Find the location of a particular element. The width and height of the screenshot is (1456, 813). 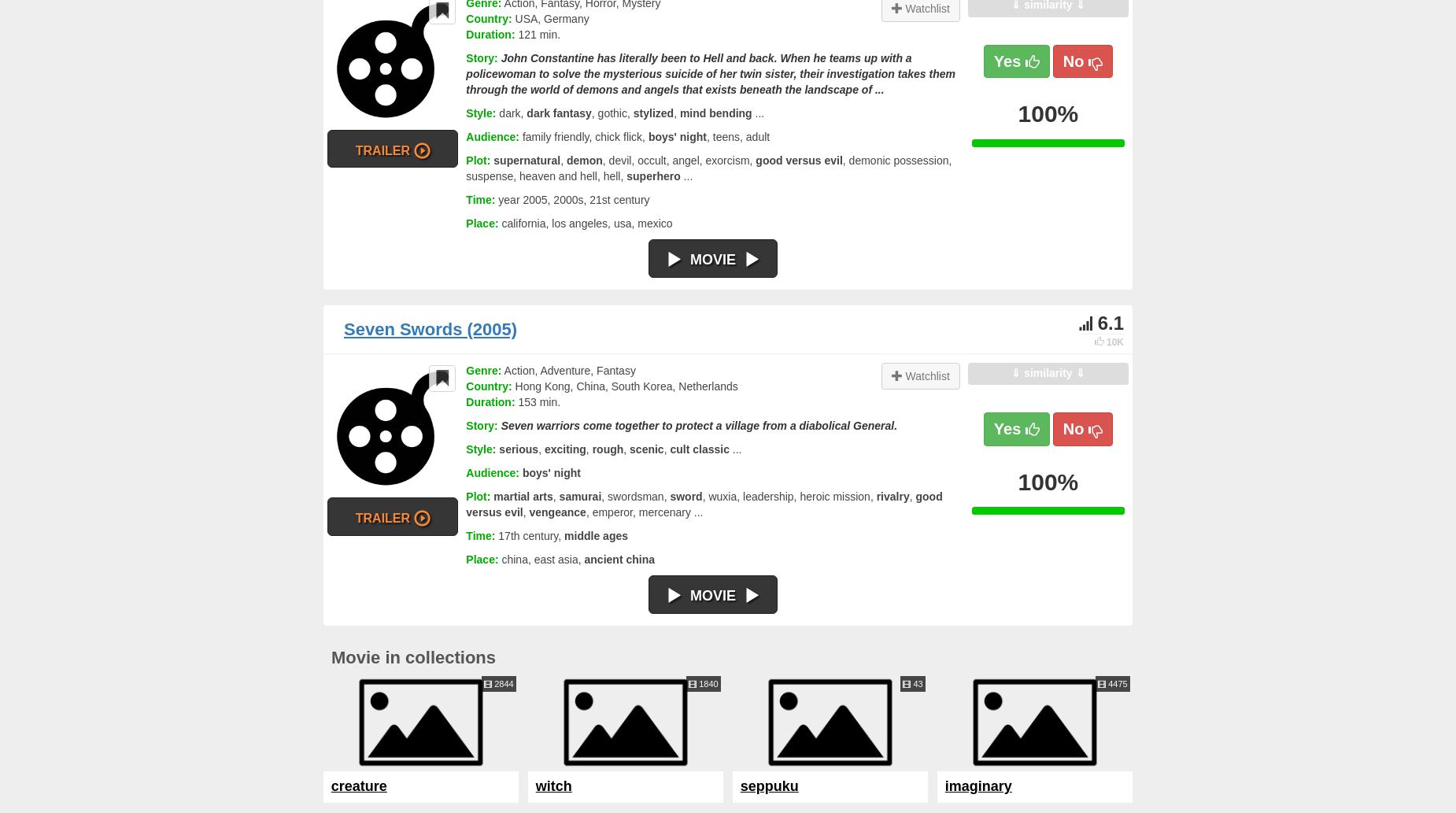

'6.1' is located at coordinates (1110, 322).